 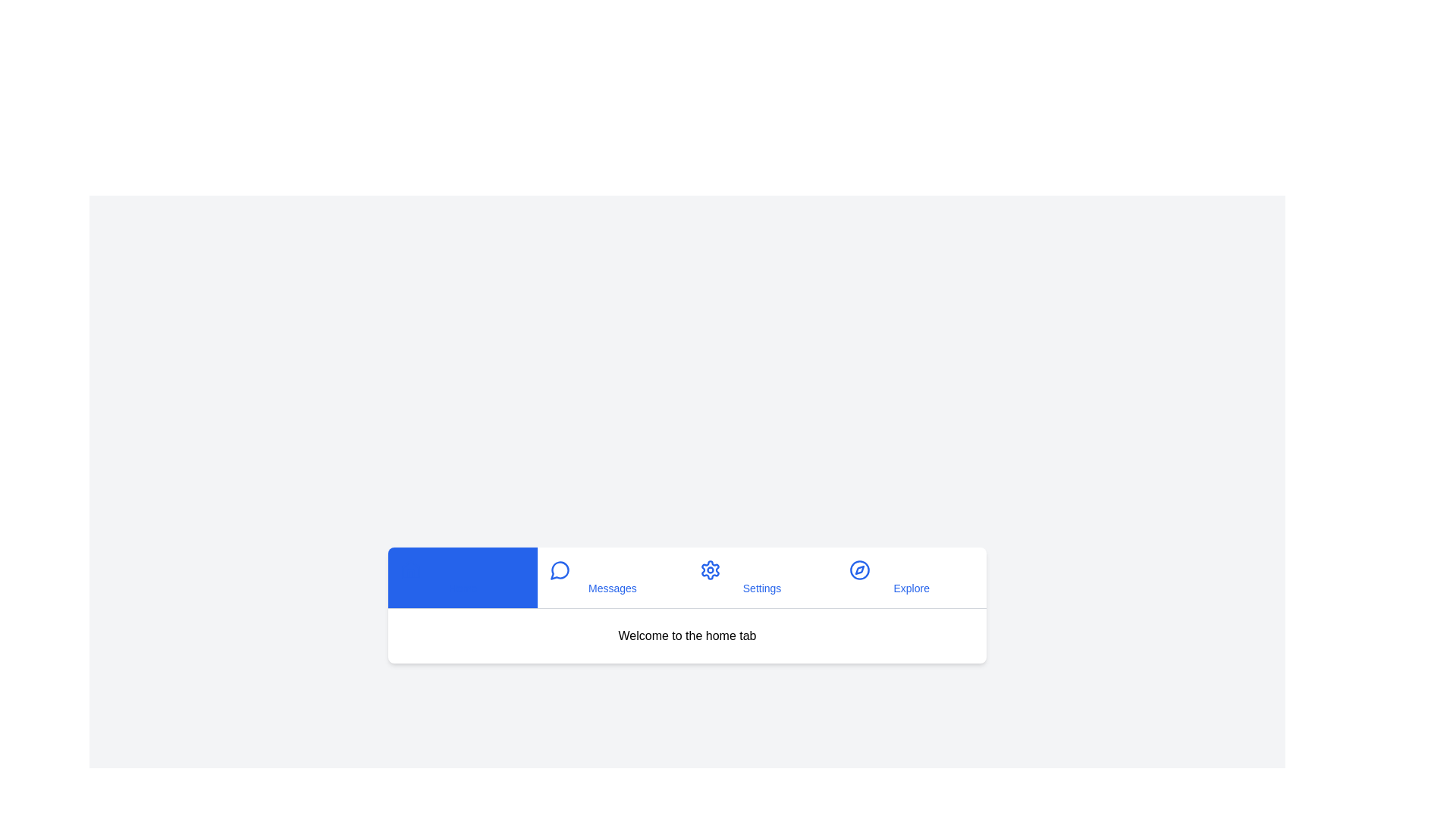 What do you see at coordinates (762, 577) in the screenshot?
I see `the tab button labeled 'Settings' to see its hover effect` at bounding box center [762, 577].